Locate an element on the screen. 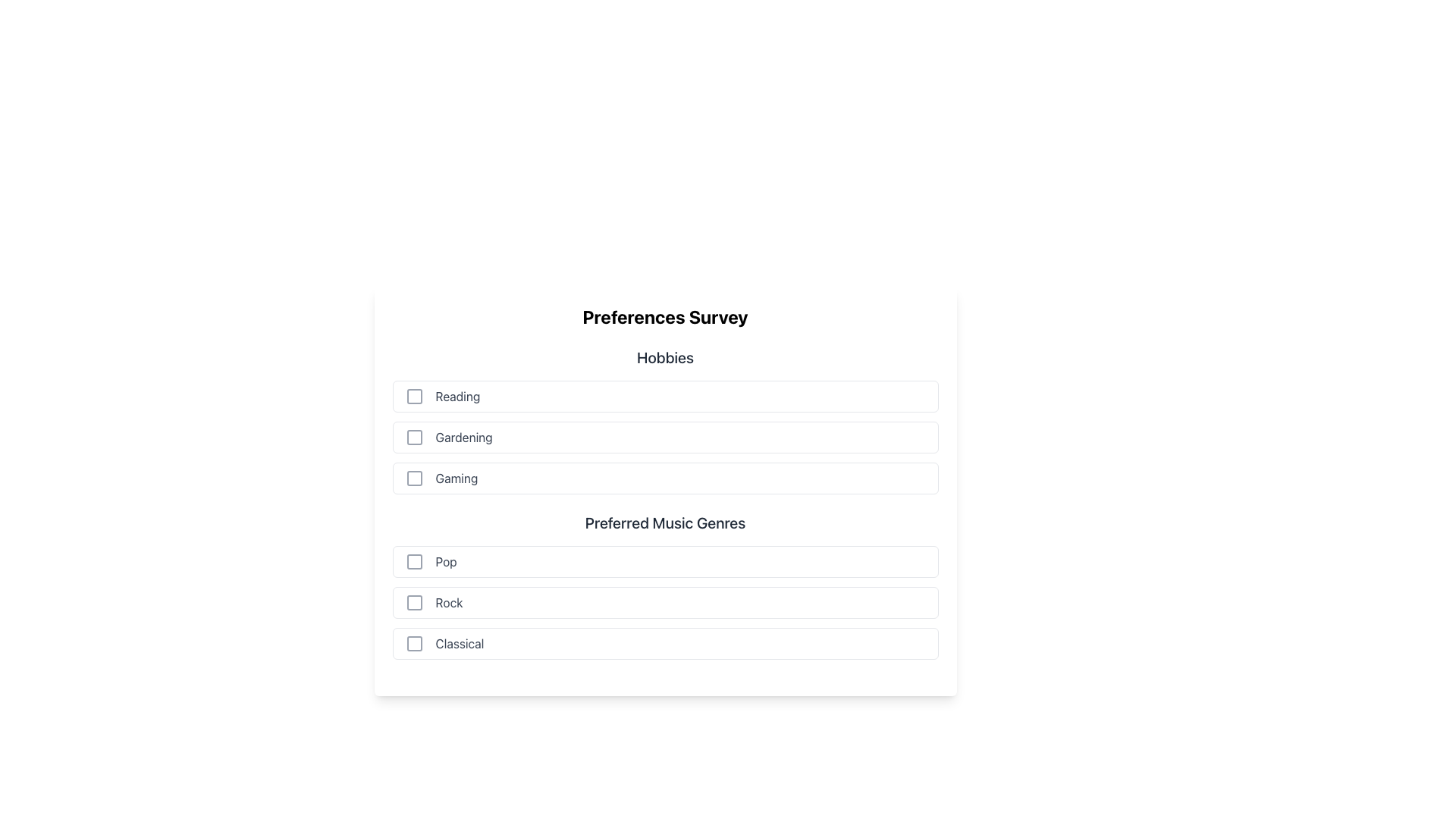  the icon for the 'Pop' section in the 'Preferred Music Genres' area, located to the left of the text 'Pop.' is located at coordinates (414, 561).